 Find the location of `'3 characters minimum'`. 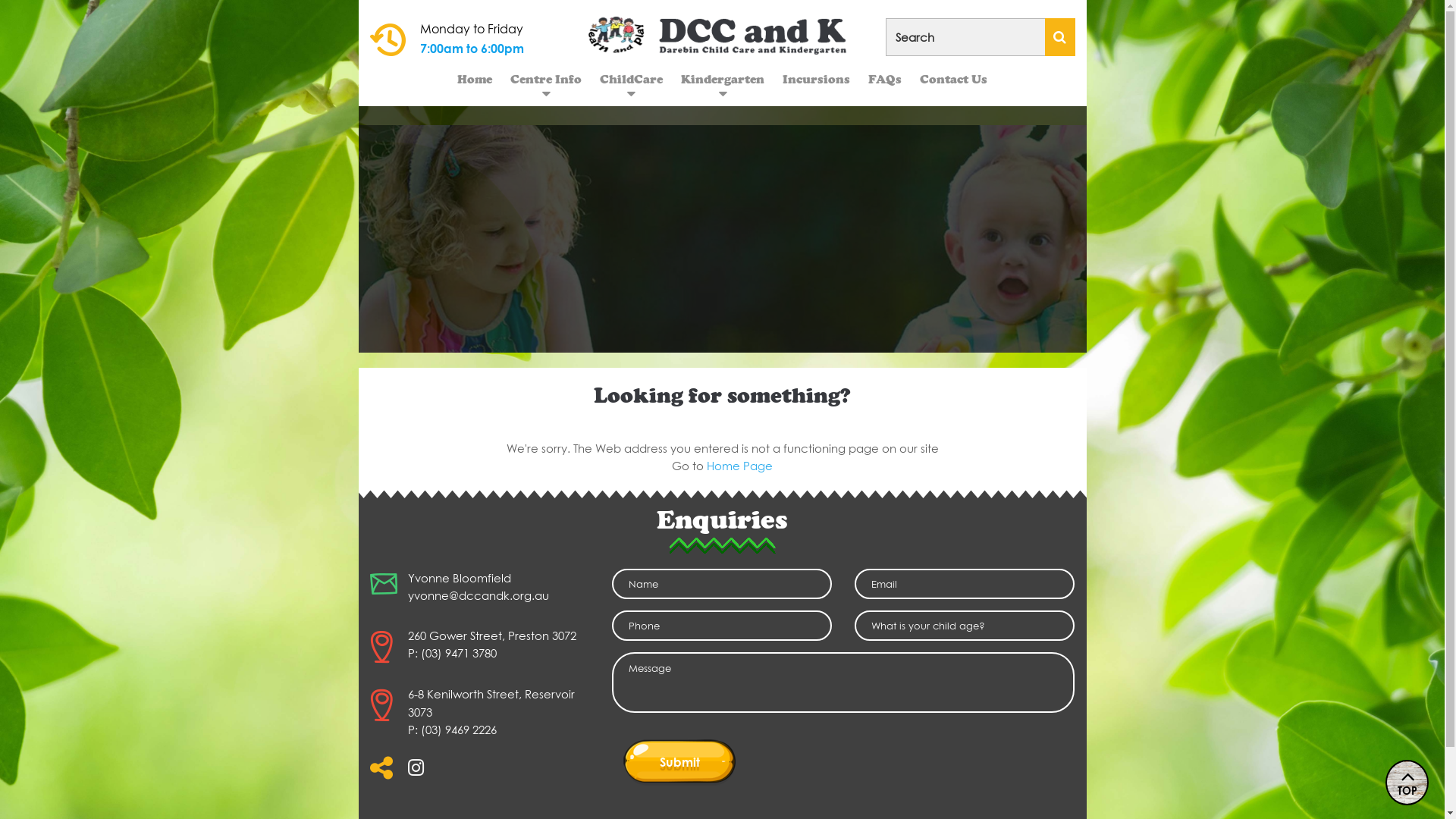

'3 characters minimum' is located at coordinates (980, 36).